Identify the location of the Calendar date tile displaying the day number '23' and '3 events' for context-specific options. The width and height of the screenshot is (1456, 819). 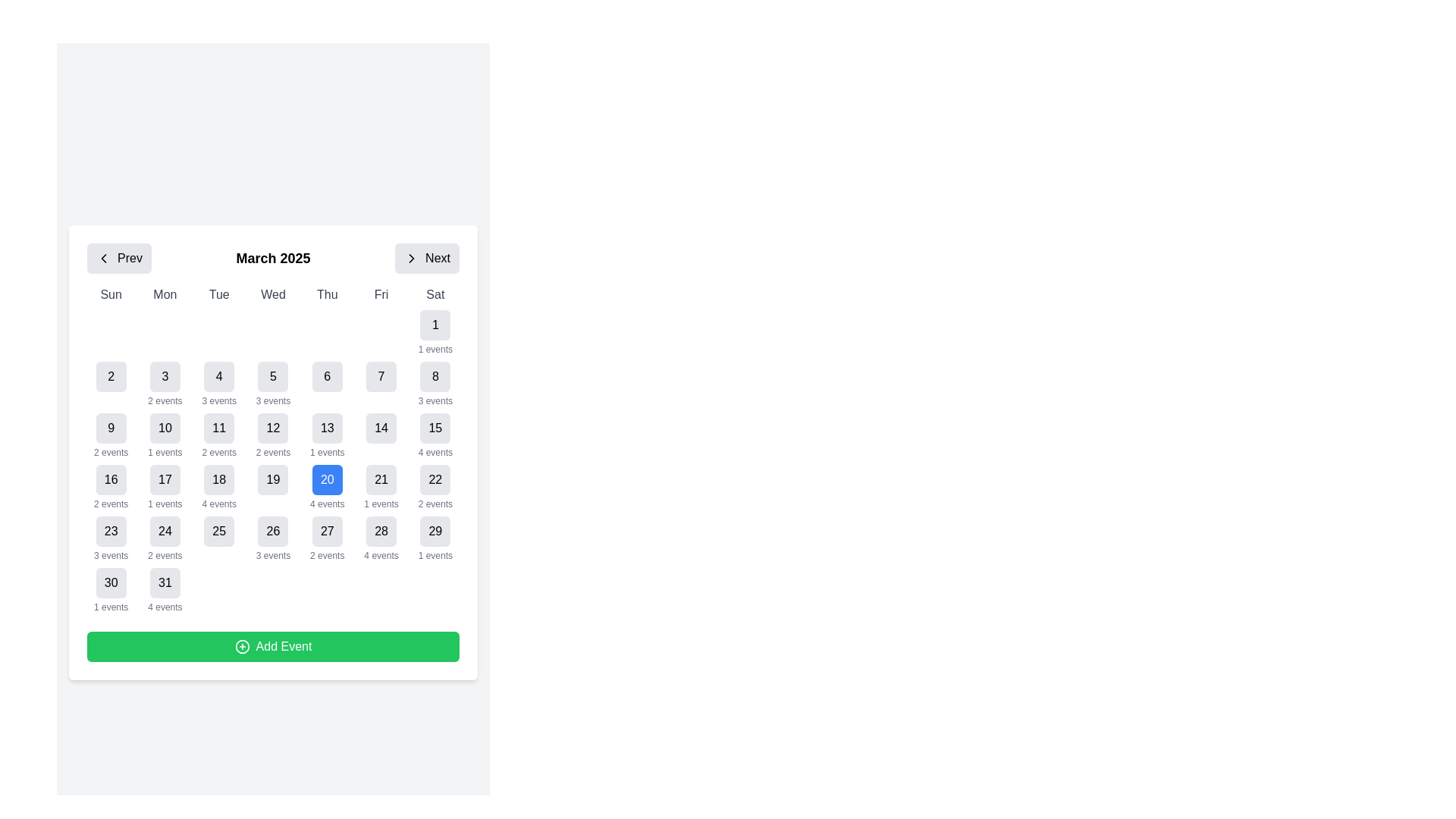
(110, 538).